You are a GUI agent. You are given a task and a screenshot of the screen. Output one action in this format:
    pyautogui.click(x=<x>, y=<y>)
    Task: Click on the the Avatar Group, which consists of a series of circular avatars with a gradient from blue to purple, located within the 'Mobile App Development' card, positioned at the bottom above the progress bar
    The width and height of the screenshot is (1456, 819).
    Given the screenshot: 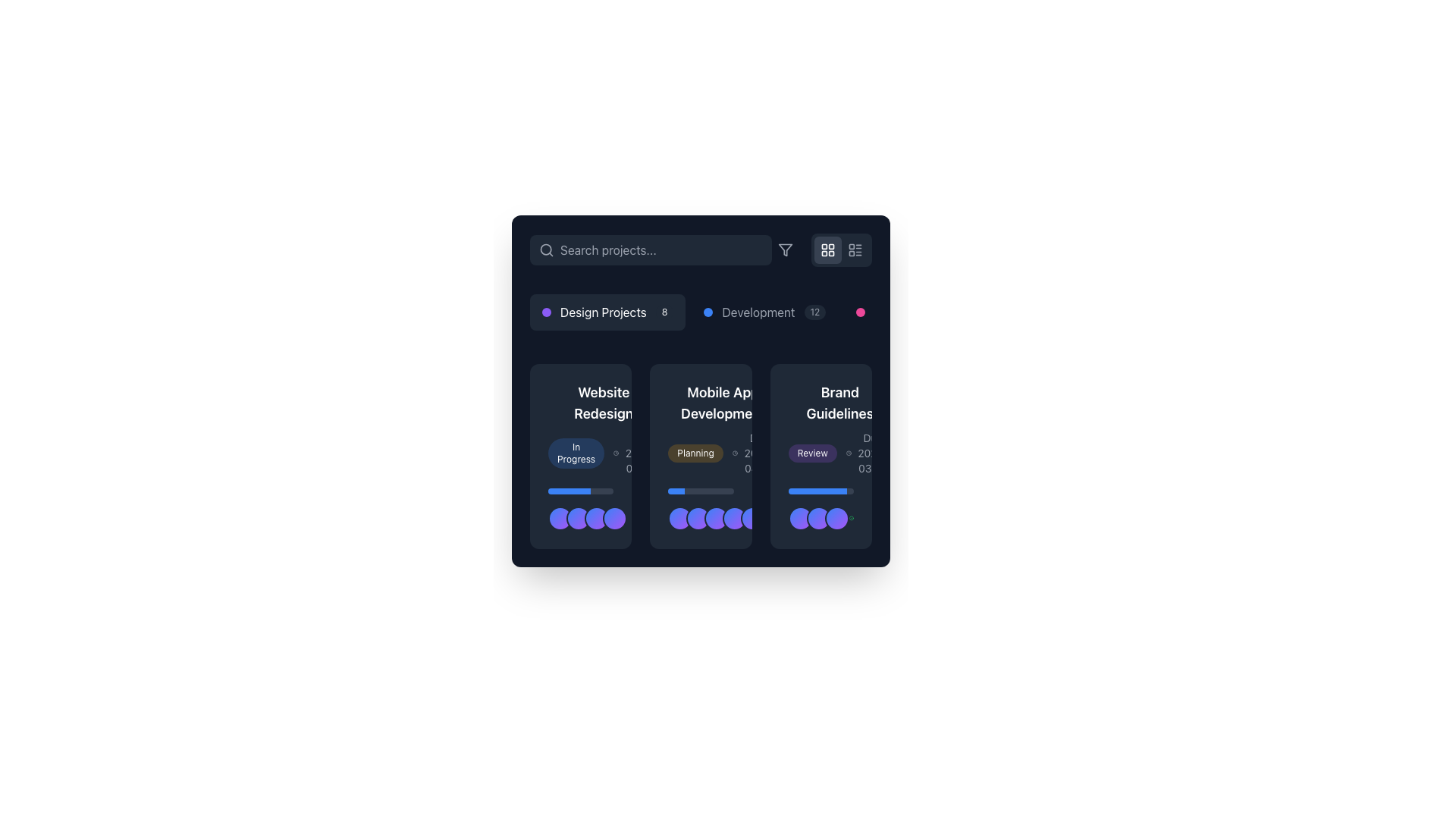 What is the action you would take?
    pyautogui.click(x=725, y=517)
    